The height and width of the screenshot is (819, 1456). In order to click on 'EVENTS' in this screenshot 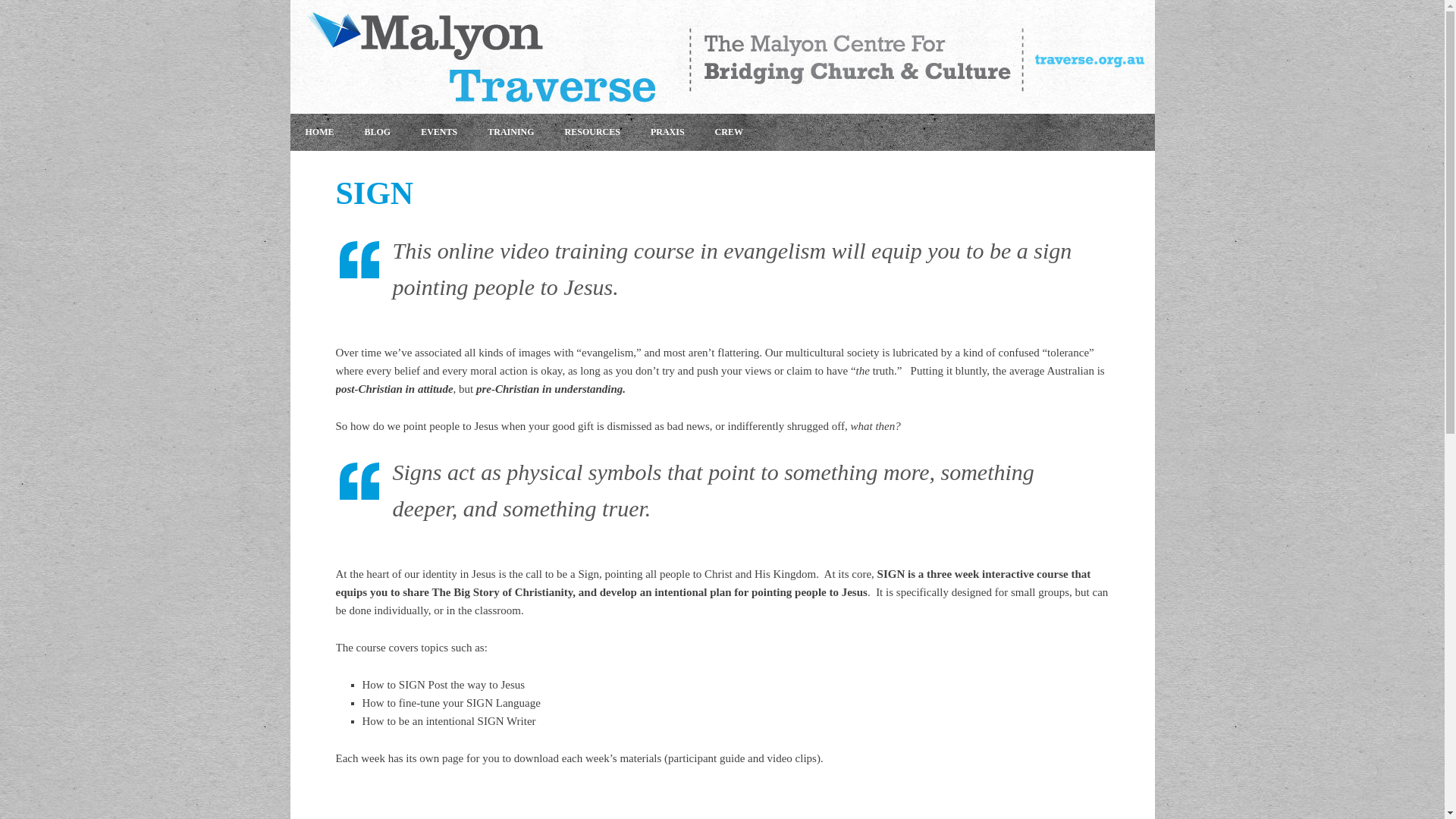, I will do `click(438, 131)`.